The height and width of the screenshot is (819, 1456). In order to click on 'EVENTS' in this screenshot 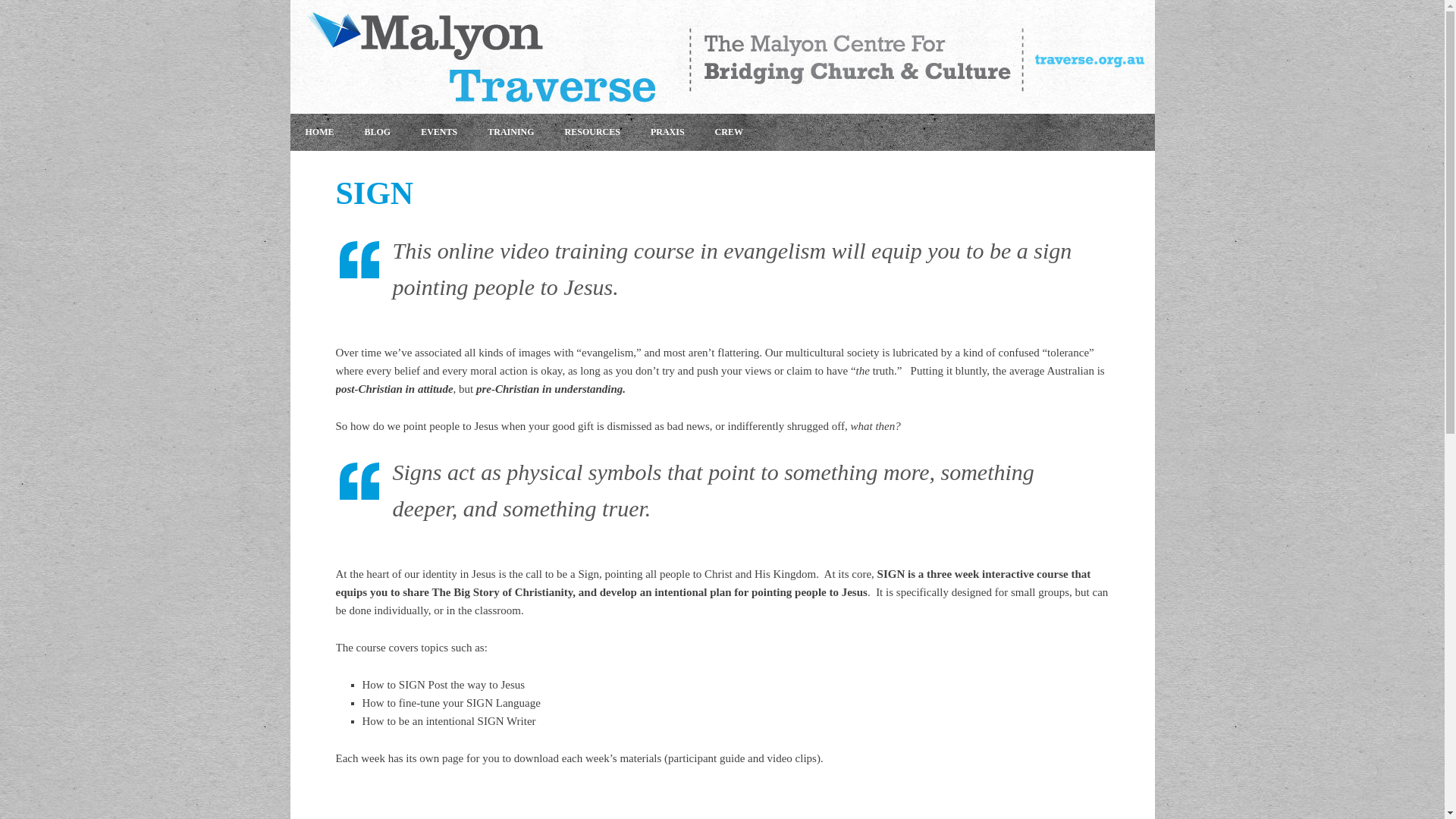, I will do `click(438, 131)`.